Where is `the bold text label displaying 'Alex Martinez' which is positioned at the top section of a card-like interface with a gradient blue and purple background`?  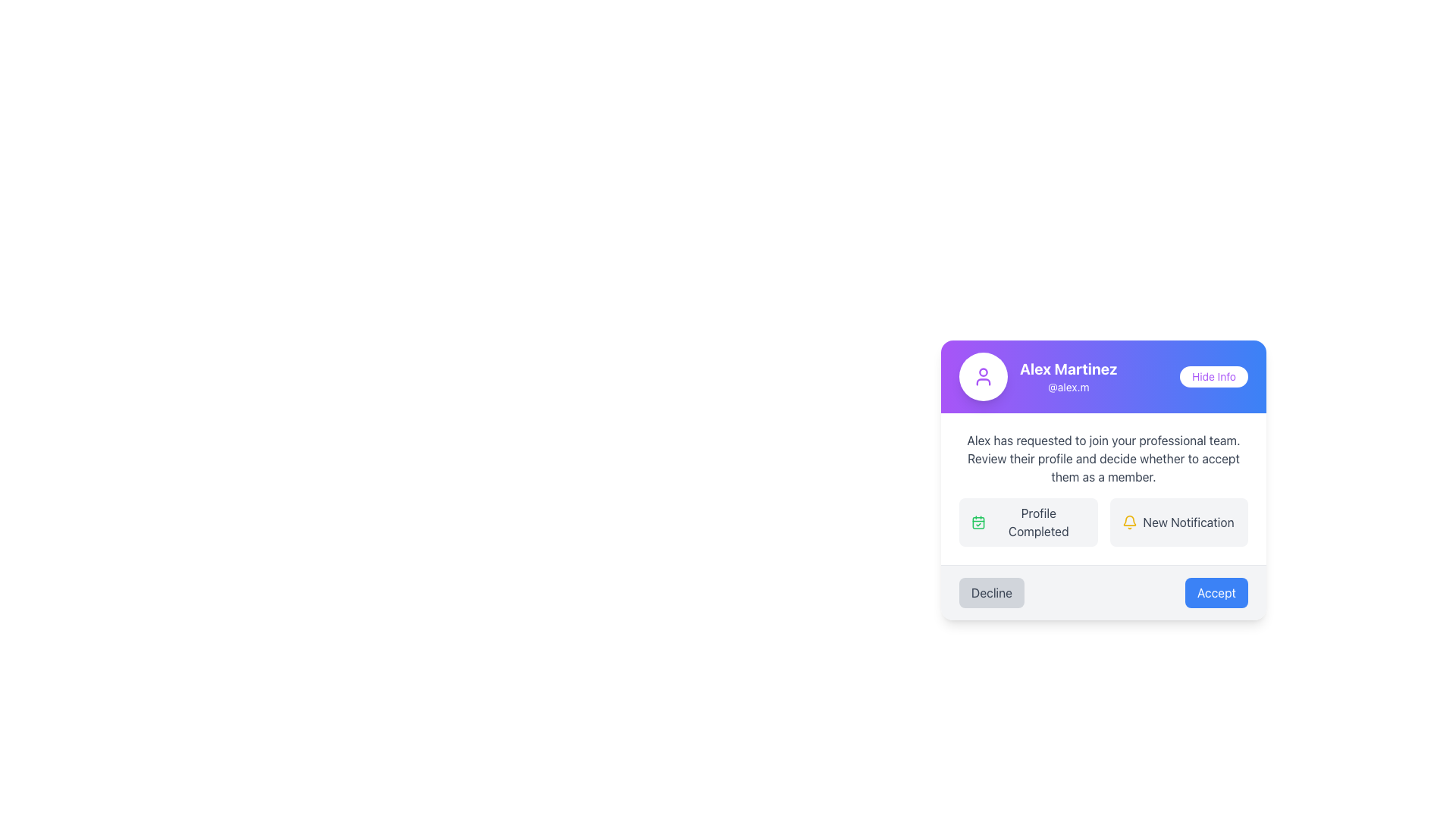 the bold text label displaying 'Alex Martinez' which is positioned at the top section of a card-like interface with a gradient blue and purple background is located at coordinates (1068, 369).